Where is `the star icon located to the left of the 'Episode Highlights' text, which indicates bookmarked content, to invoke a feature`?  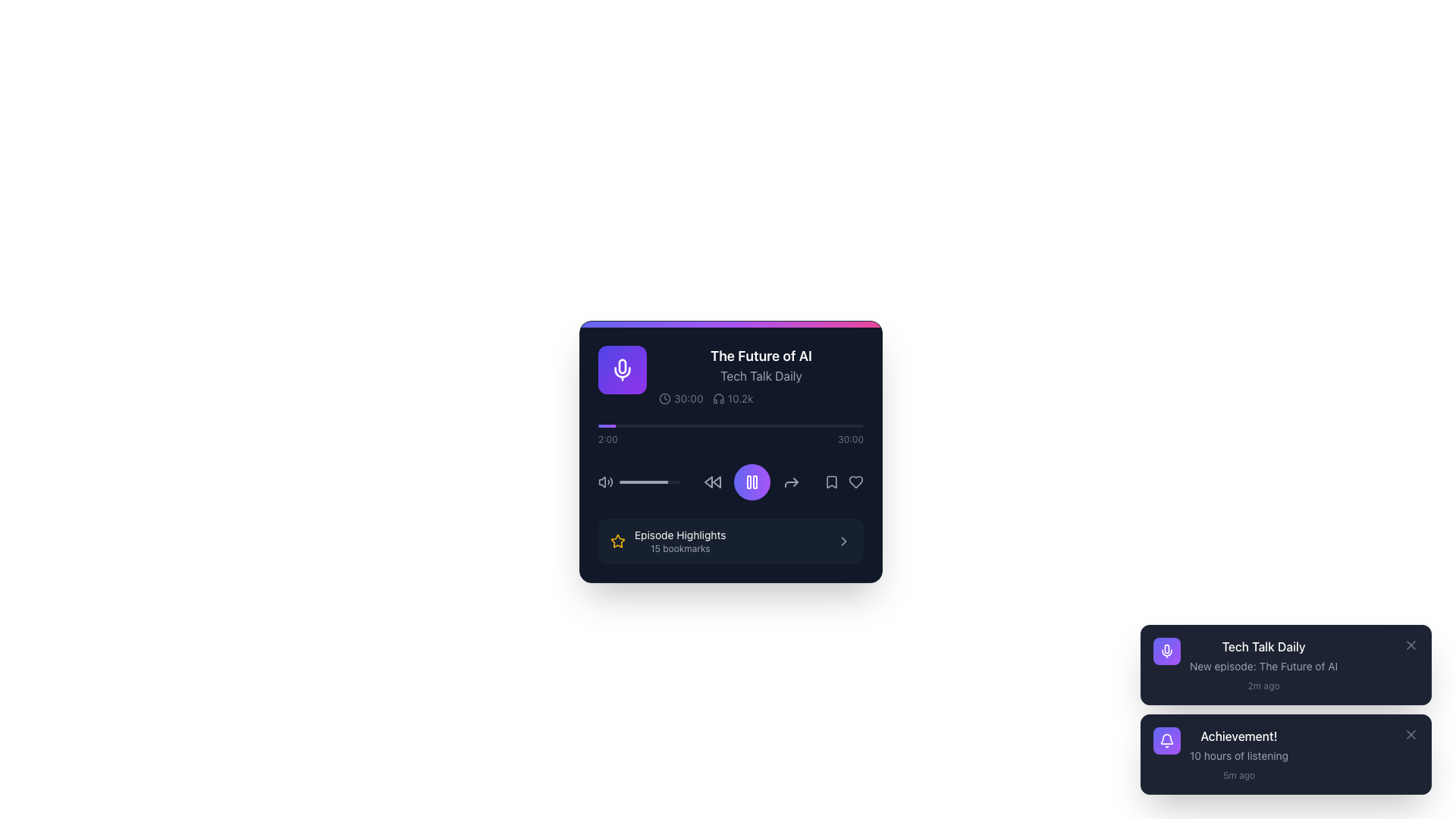
the star icon located to the left of the 'Episode Highlights' text, which indicates bookmarked content, to invoke a feature is located at coordinates (618, 540).